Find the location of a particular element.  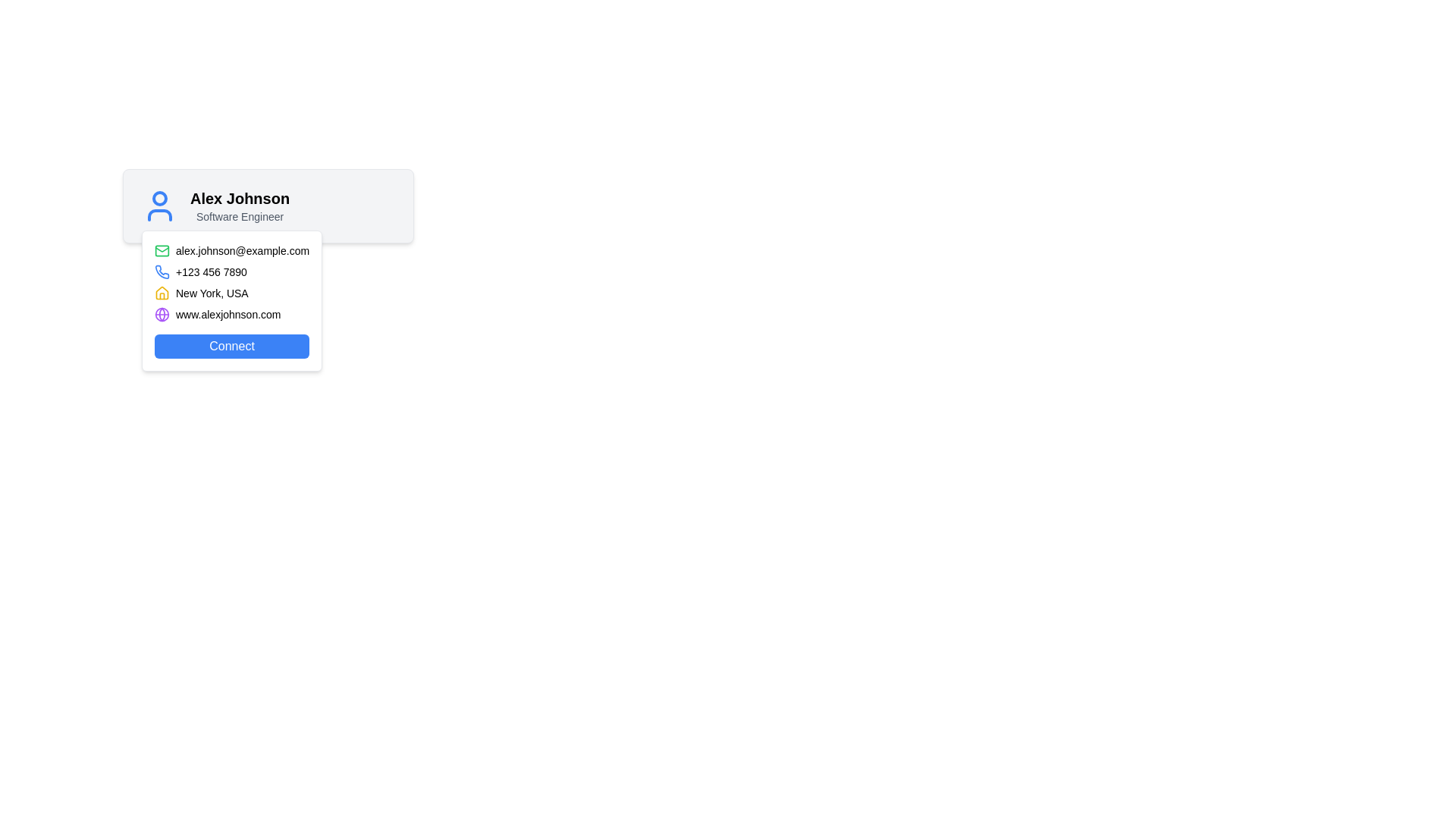

the phone number in the Information Display Component to initiate a call is located at coordinates (231, 301).